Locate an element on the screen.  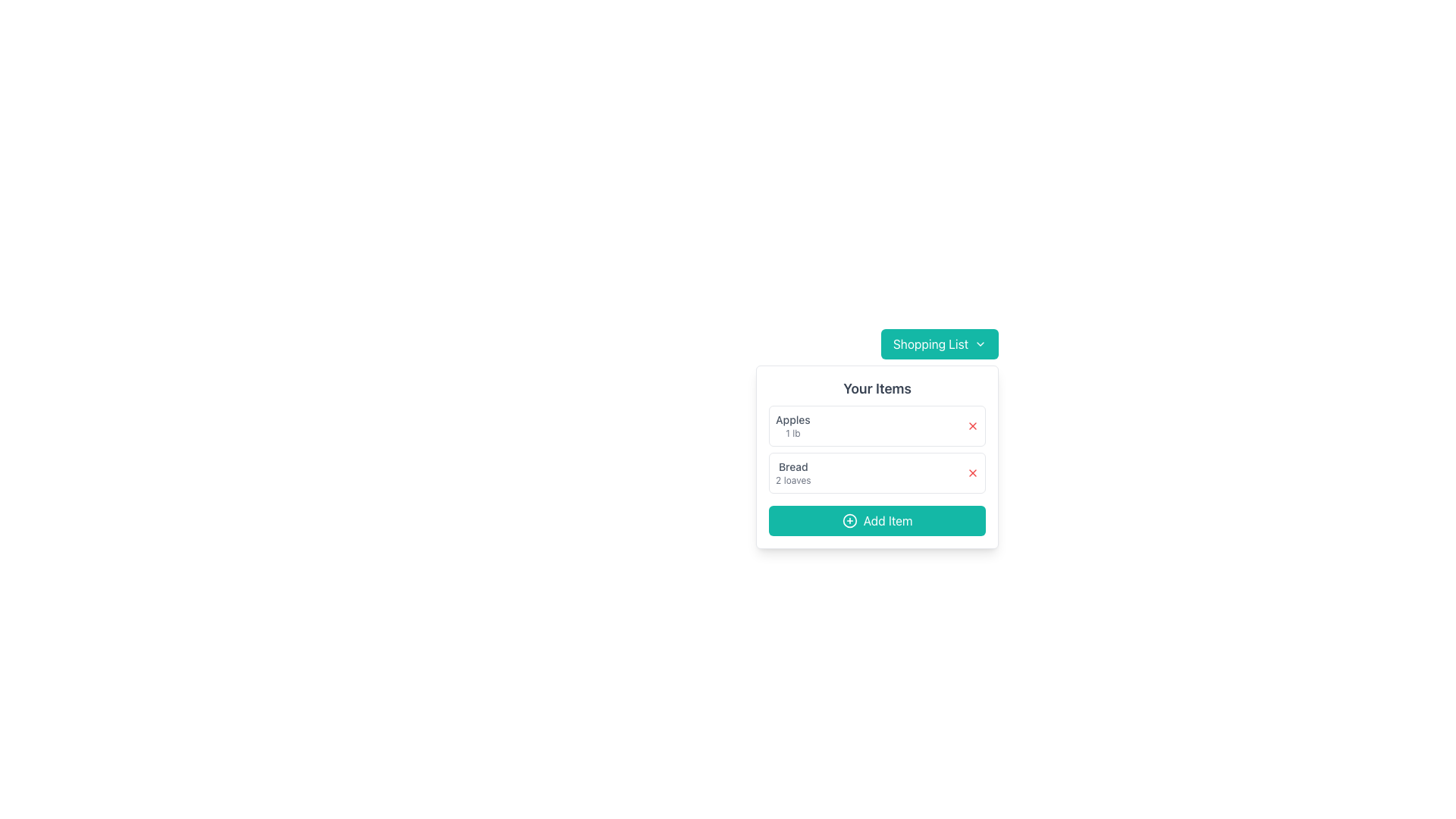
the Text Label that displays the word 'Bread' in a gray color, styled with a small font size and medium weight, located in the shopping list interface above the text '2 loaves.' is located at coordinates (792, 466).